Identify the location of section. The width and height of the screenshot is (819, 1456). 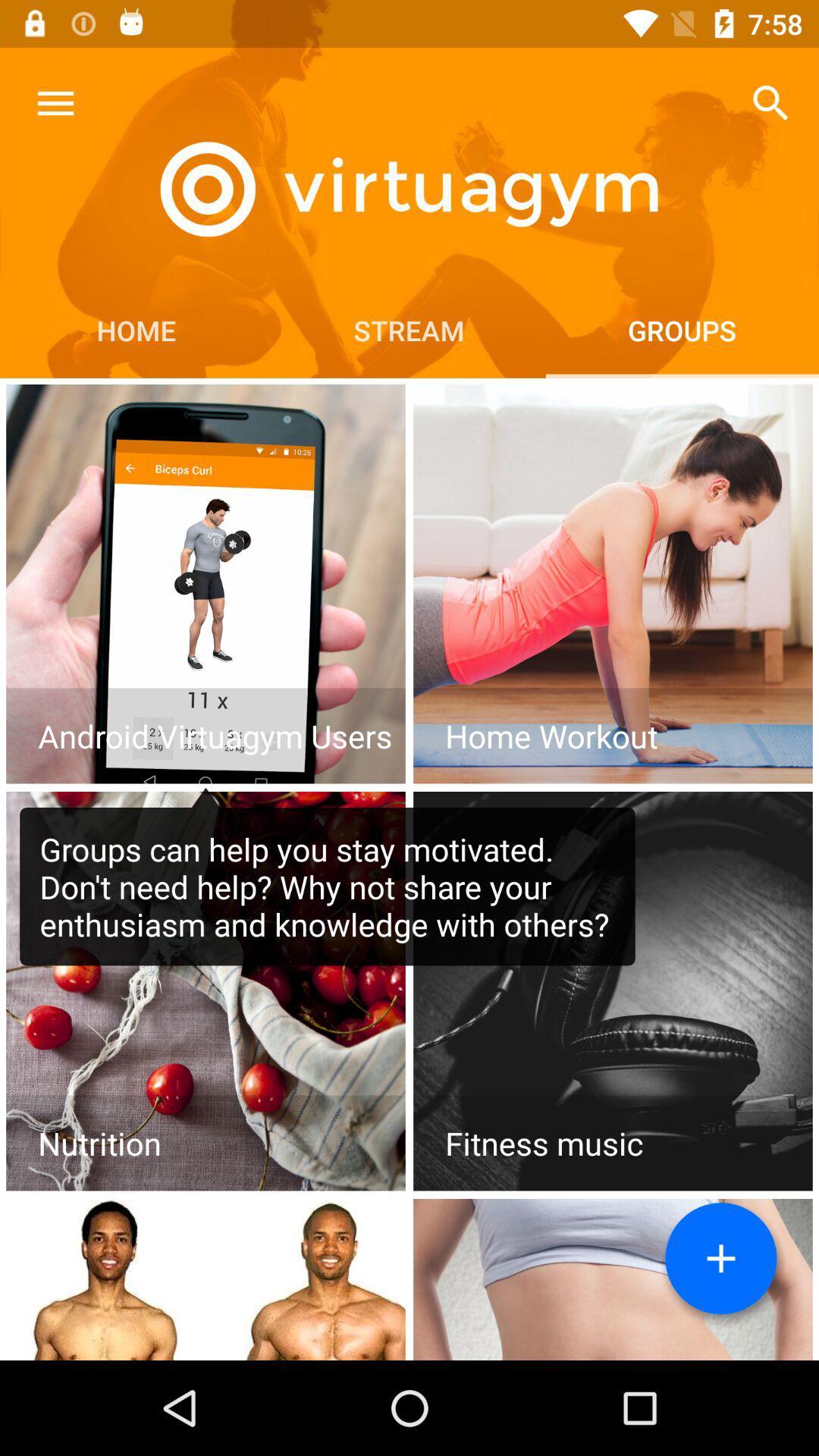
(612, 583).